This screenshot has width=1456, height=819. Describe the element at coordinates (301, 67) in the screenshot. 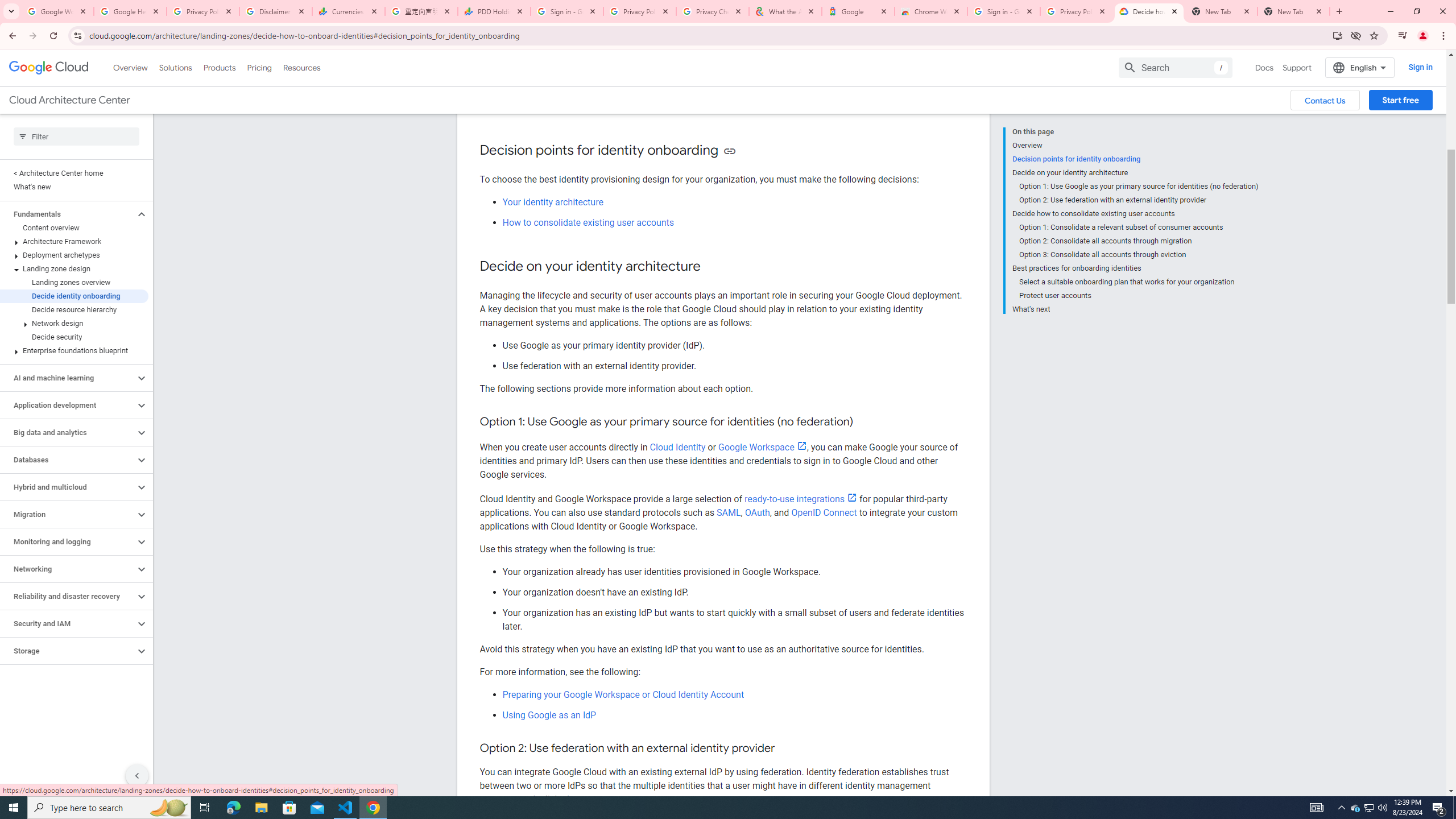

I see `'Resources'` at that location.